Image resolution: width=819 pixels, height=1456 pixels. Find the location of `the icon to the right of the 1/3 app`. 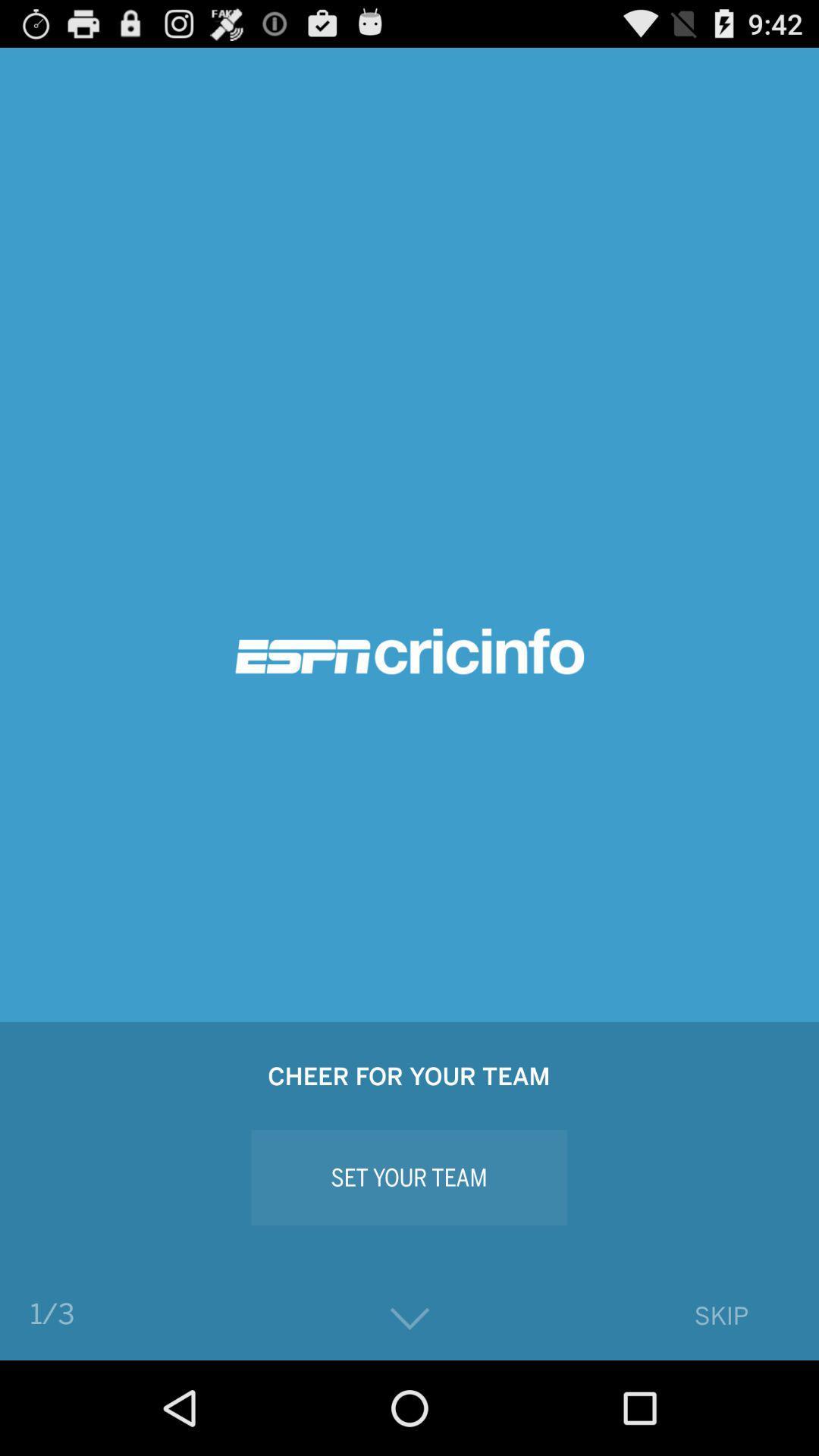

the icon to the right of the 1/3 app is located at coordinates (409, 1318).